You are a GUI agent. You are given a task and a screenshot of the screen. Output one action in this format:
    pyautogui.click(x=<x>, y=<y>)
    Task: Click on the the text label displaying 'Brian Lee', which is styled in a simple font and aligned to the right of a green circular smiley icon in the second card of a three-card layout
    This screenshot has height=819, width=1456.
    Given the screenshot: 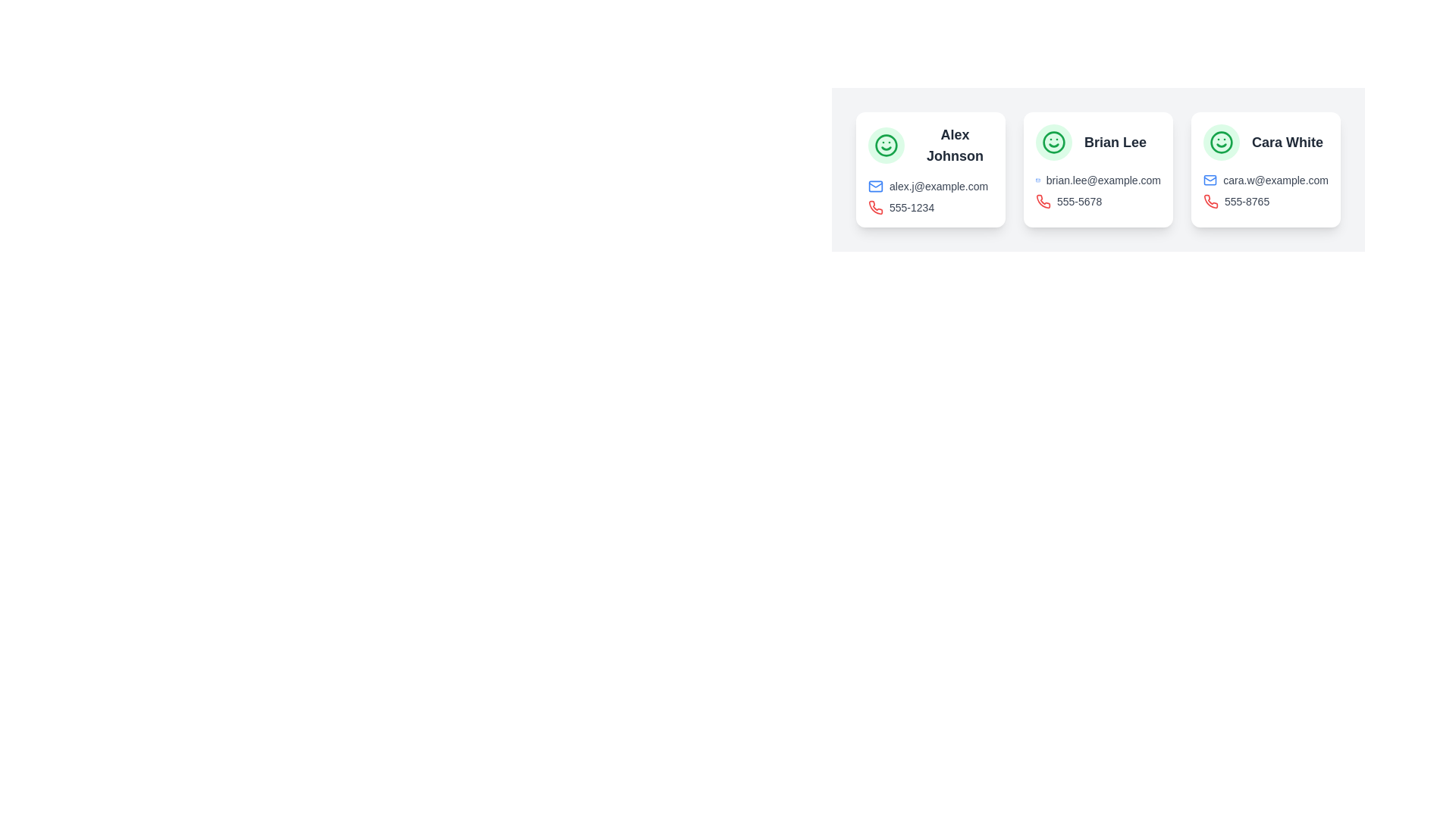 What is the action you would take?
    pyautogui.click(x=1098, y=143)
    